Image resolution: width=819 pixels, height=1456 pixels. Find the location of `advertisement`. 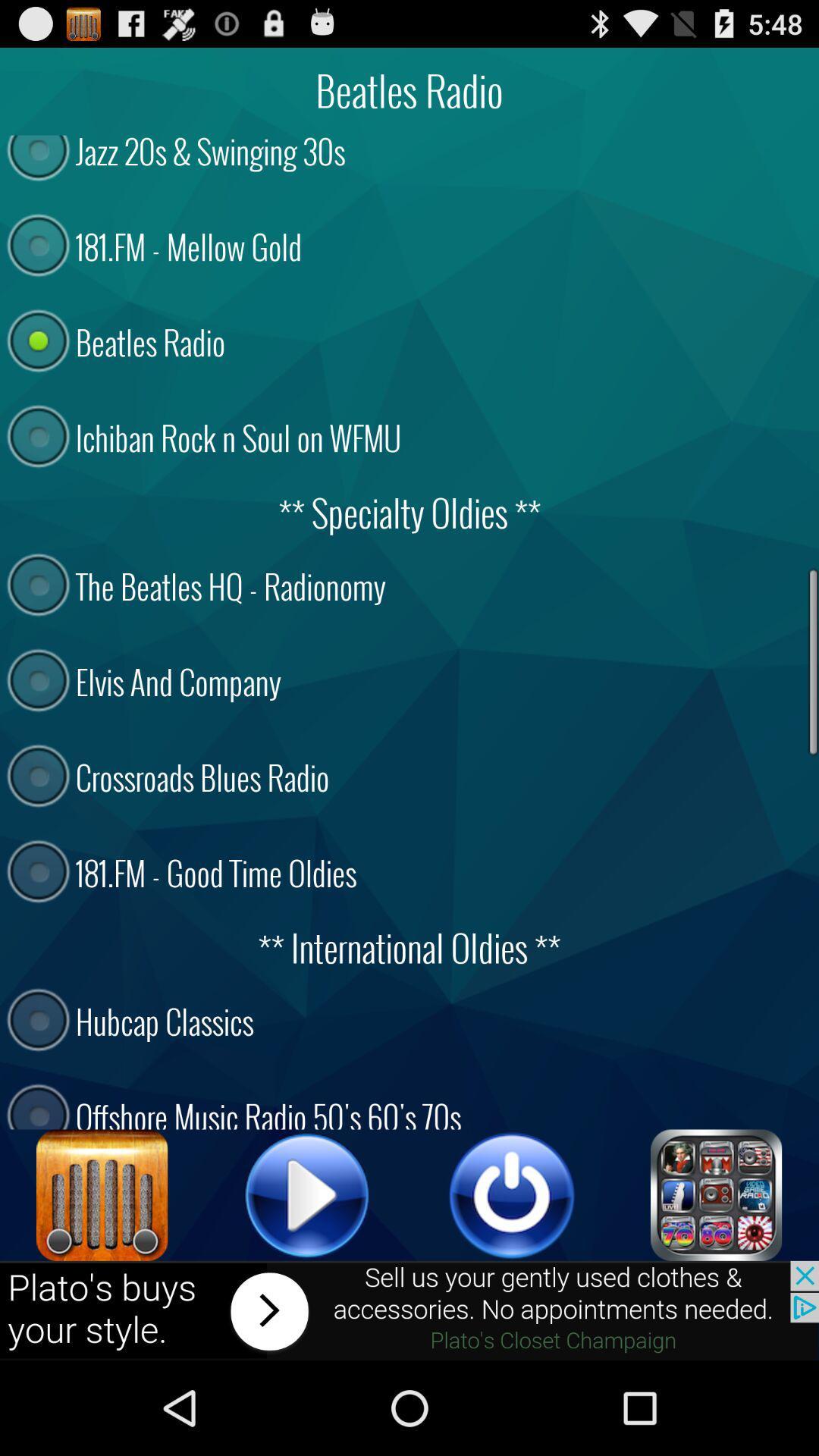

advertisement is located at coordinates (409, 1310).